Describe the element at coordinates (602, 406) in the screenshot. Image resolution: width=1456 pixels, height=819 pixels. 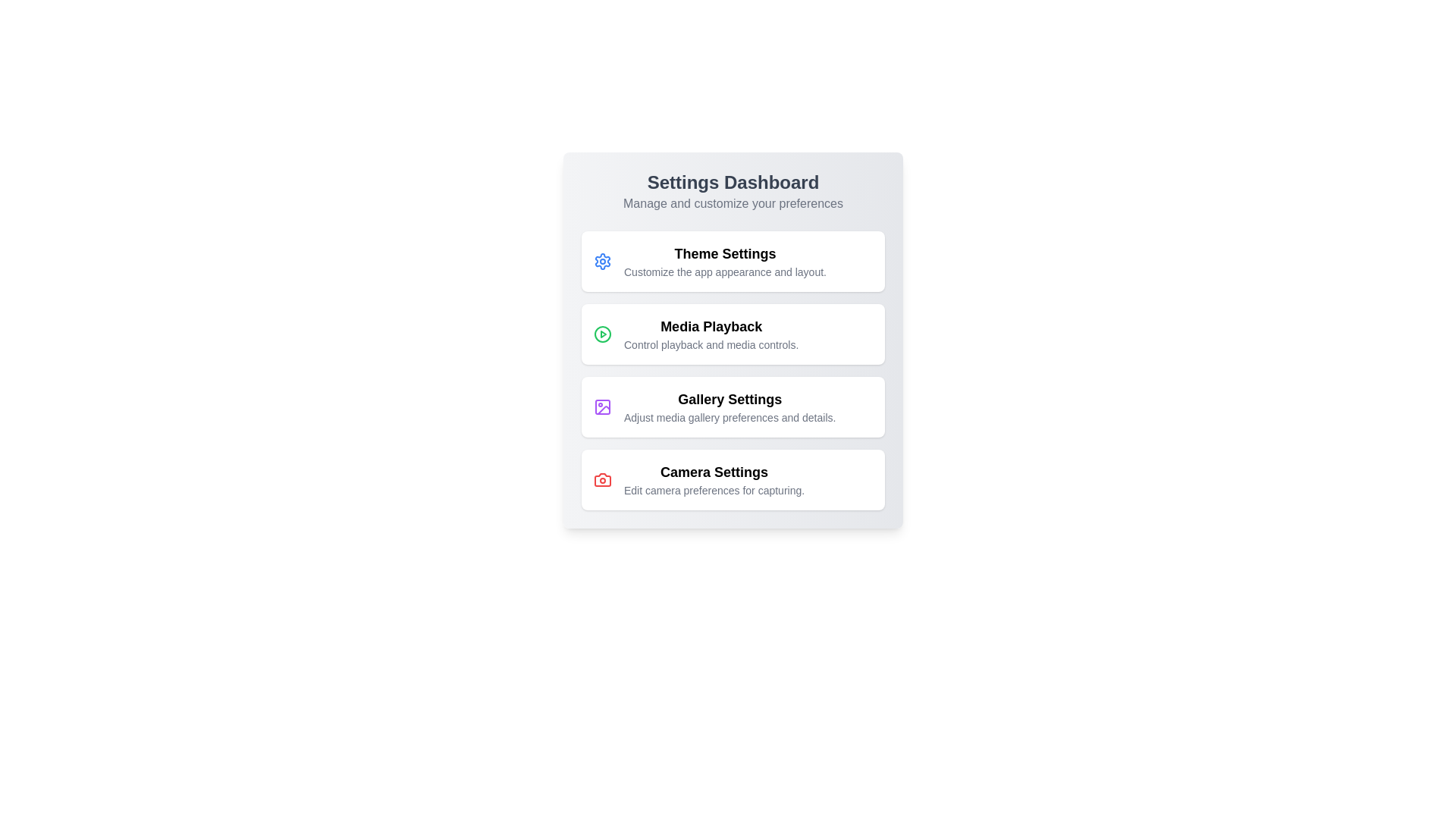
I see `the static icon representing the 'Gallery Settings' feature located at the leftmost part of the card labeled 'Gallery Settings'` at that location.